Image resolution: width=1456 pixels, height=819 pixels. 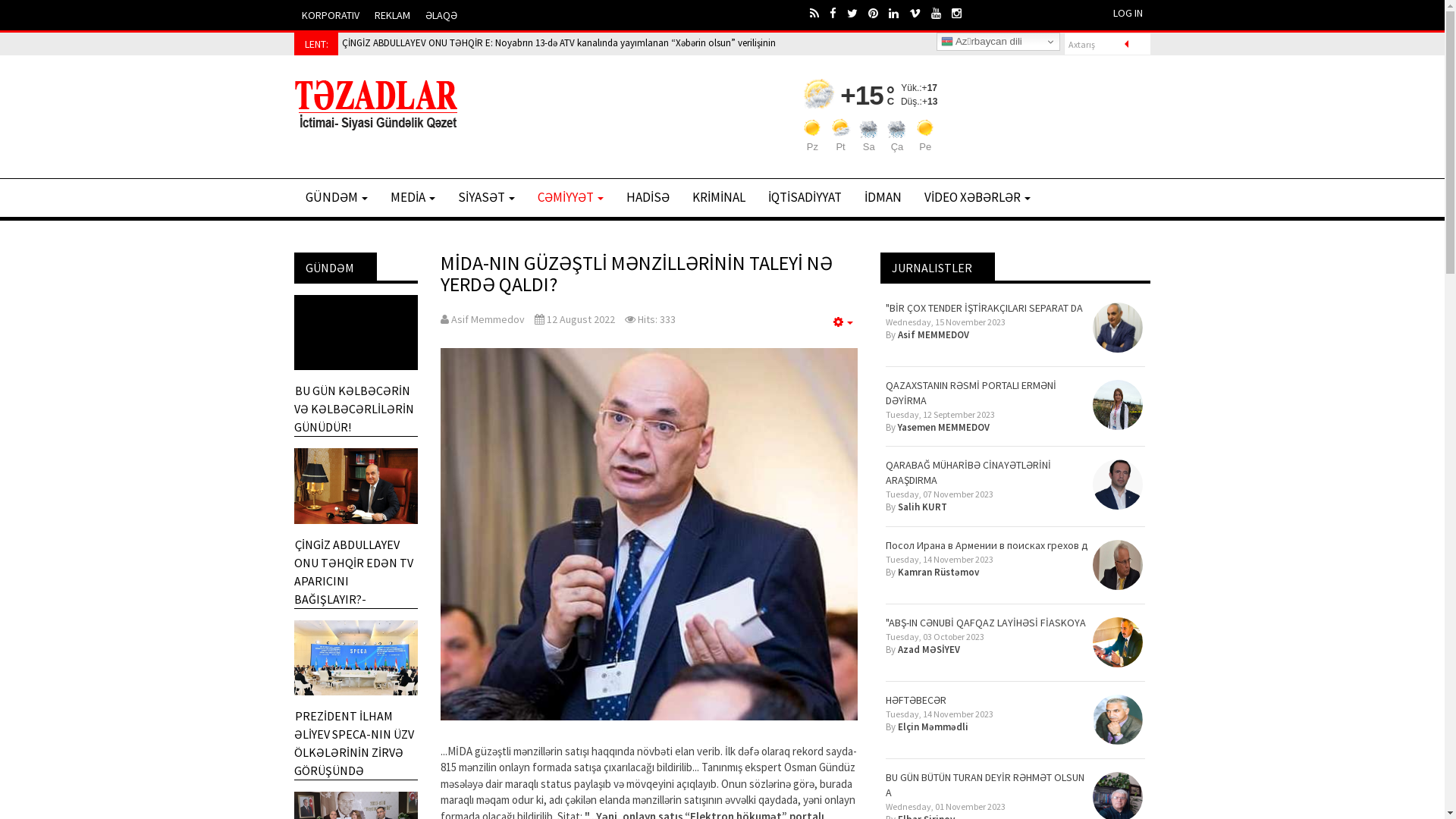 I want to click on 'KORPORATIV', so click(x=294, y=14).